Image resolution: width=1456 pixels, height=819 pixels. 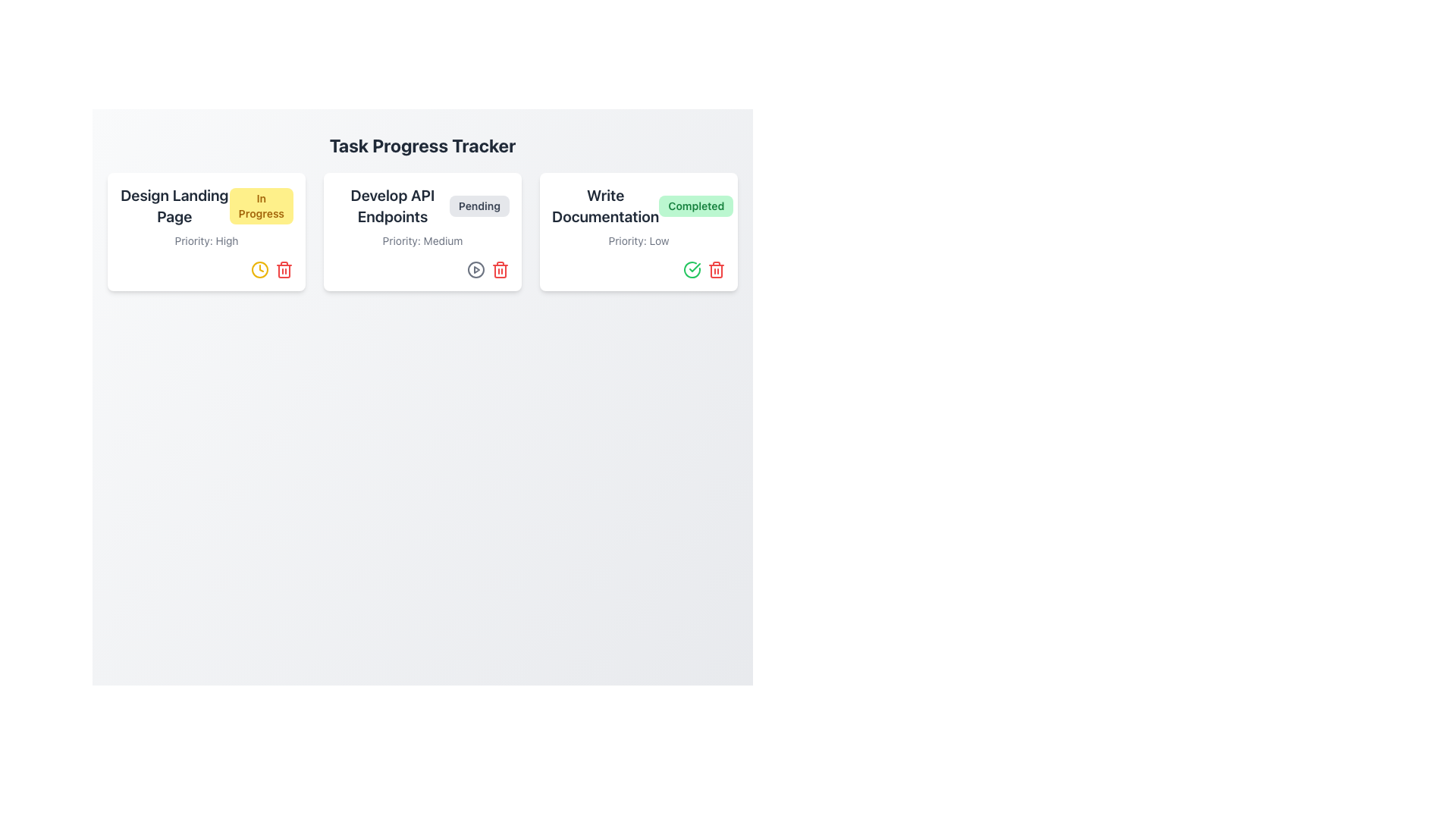 What do you see at coordinates (259, 268) in the screenshot?
I see `the clock icon located at the bottom-right corner of the 'Design Landing Page' card in the 'Task Progress Tracker' section` at bounding box center [259, 268].